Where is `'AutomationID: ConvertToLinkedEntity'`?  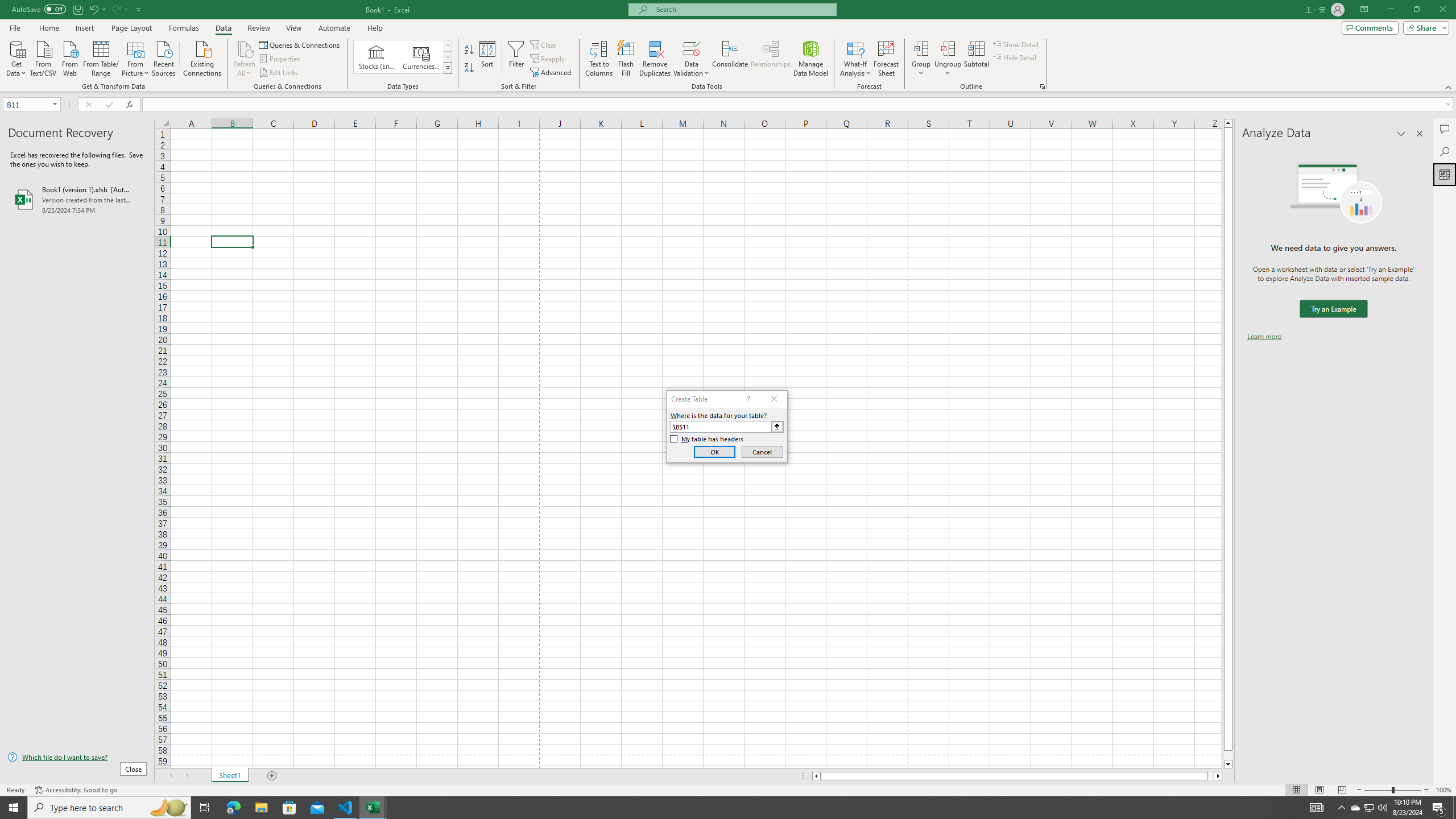
'AutomationID: ConvertToLinkedEntity' is located at coordinates (403, 56).